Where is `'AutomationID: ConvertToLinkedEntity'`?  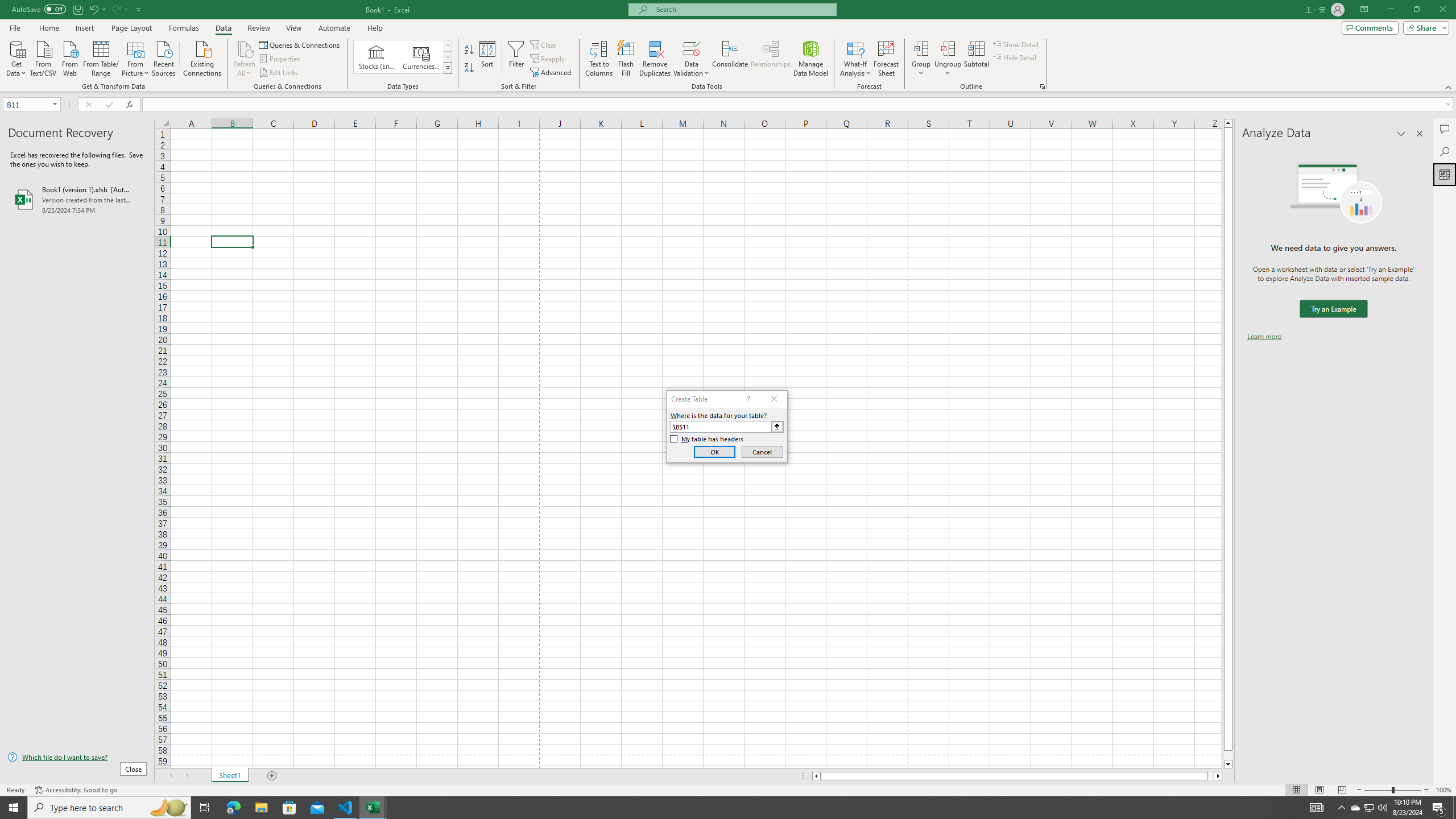
'AutomationID: ConvertToLinkedEntity' is located at coordinates (403, 56).